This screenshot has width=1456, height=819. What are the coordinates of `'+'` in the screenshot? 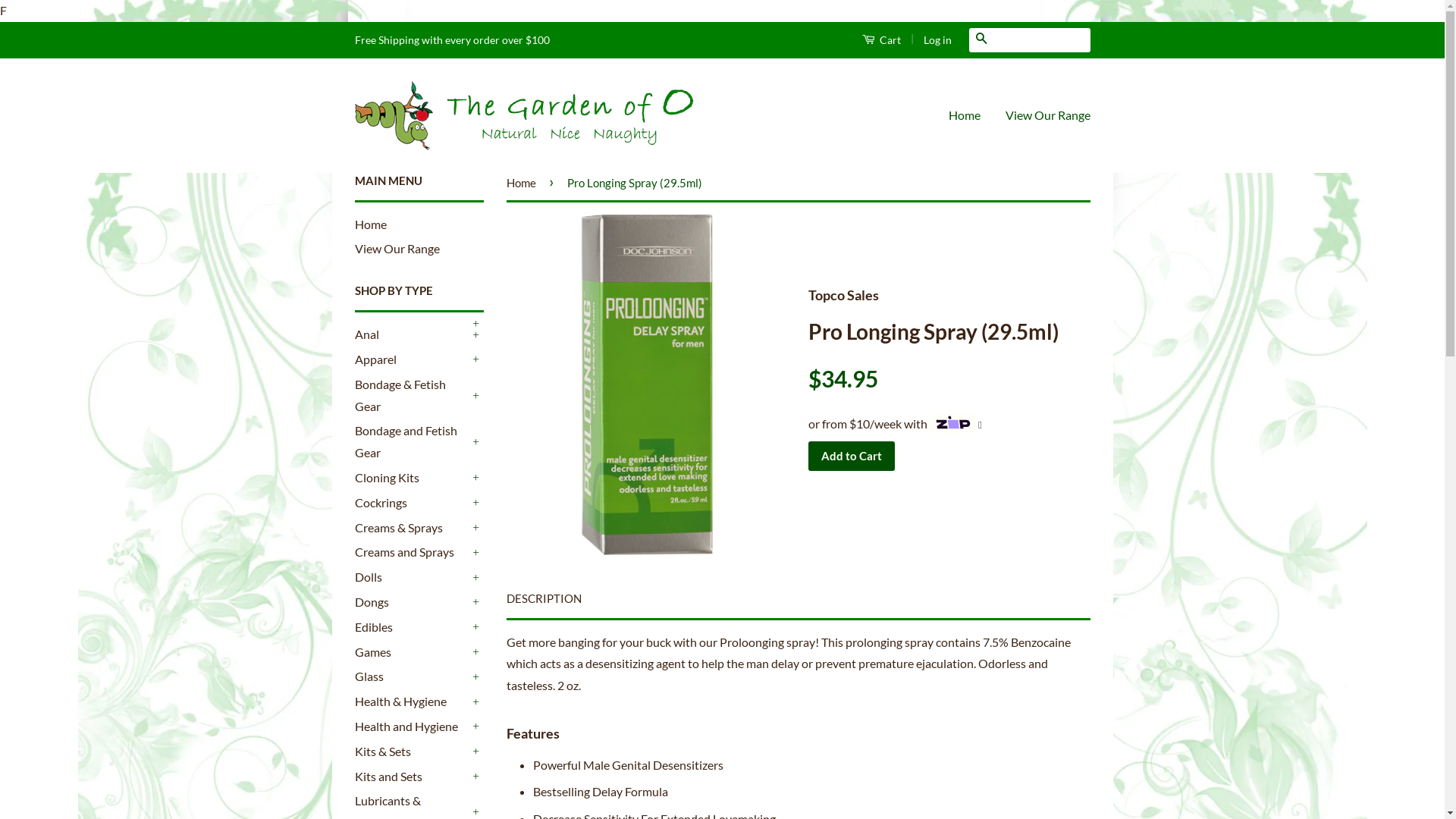 It's located at (475, 394).